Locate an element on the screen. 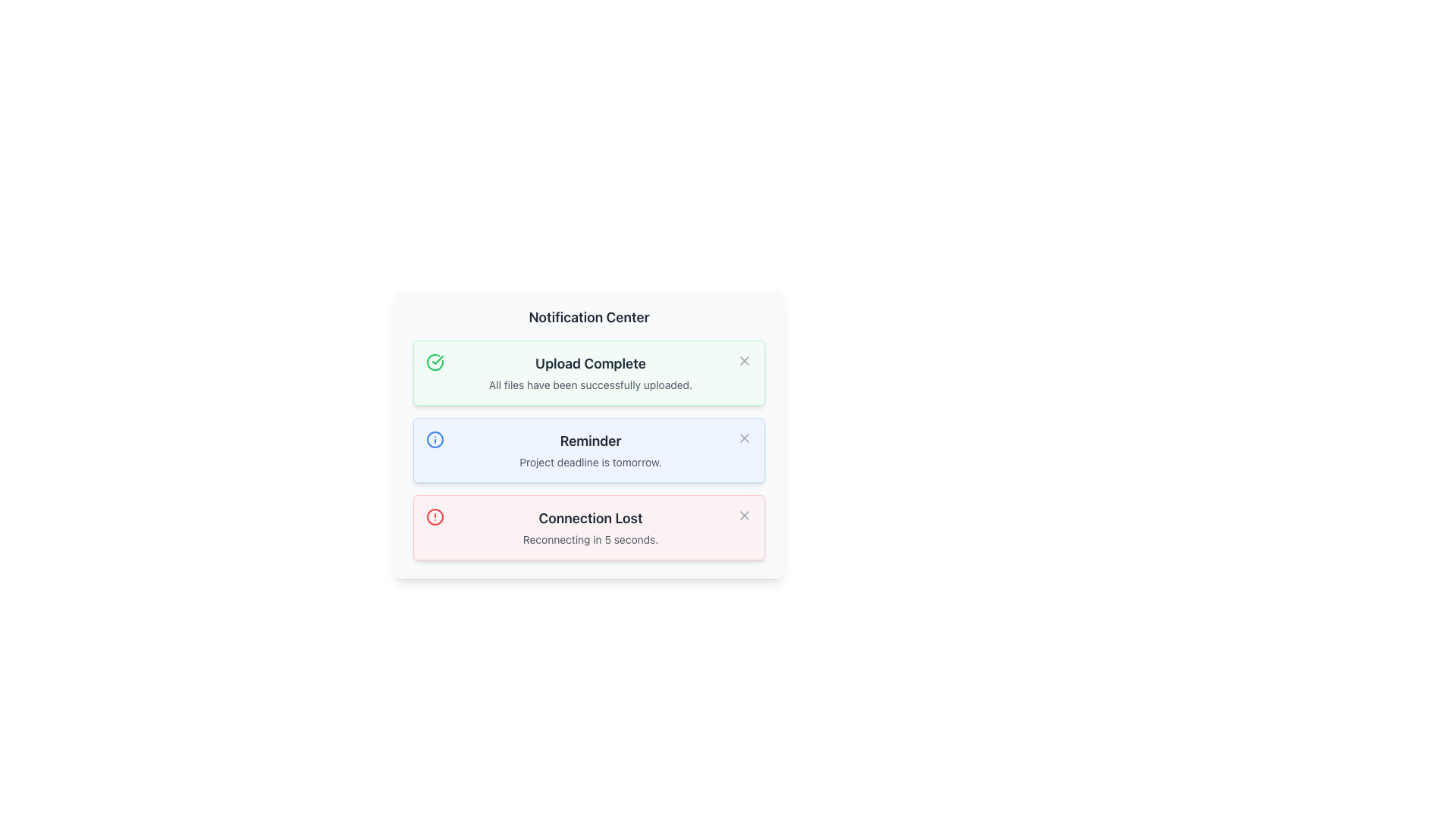 This screenshot has width=1456, height=819. text from the 'Notification Center' label, which is a bold, dark gray title located at the top of the notification panel is located at coordinates (588, 317).